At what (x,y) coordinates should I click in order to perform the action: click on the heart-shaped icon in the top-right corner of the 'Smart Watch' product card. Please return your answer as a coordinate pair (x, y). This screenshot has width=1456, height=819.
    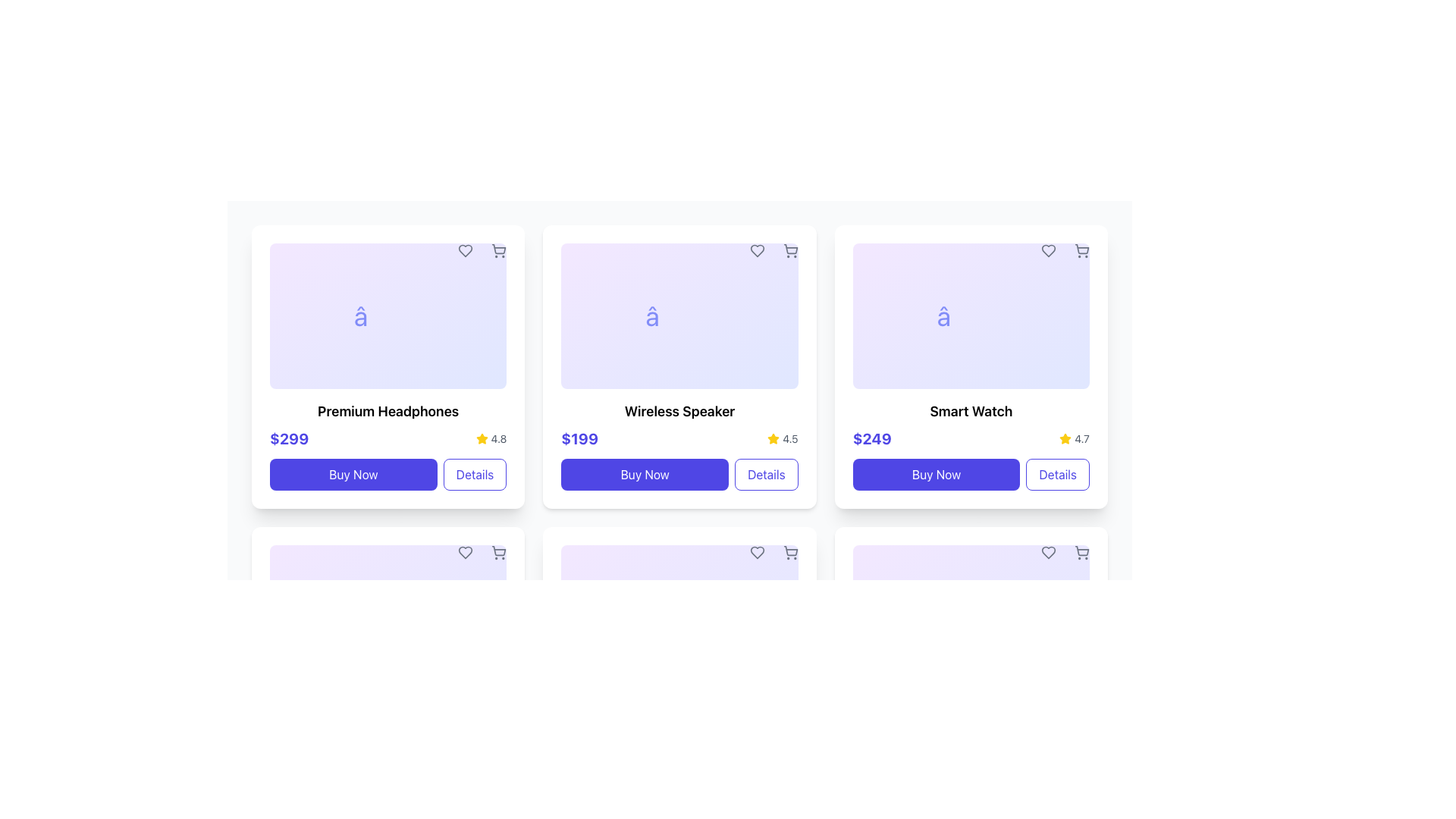
    Looking at the image, I should click on (1047, 250).